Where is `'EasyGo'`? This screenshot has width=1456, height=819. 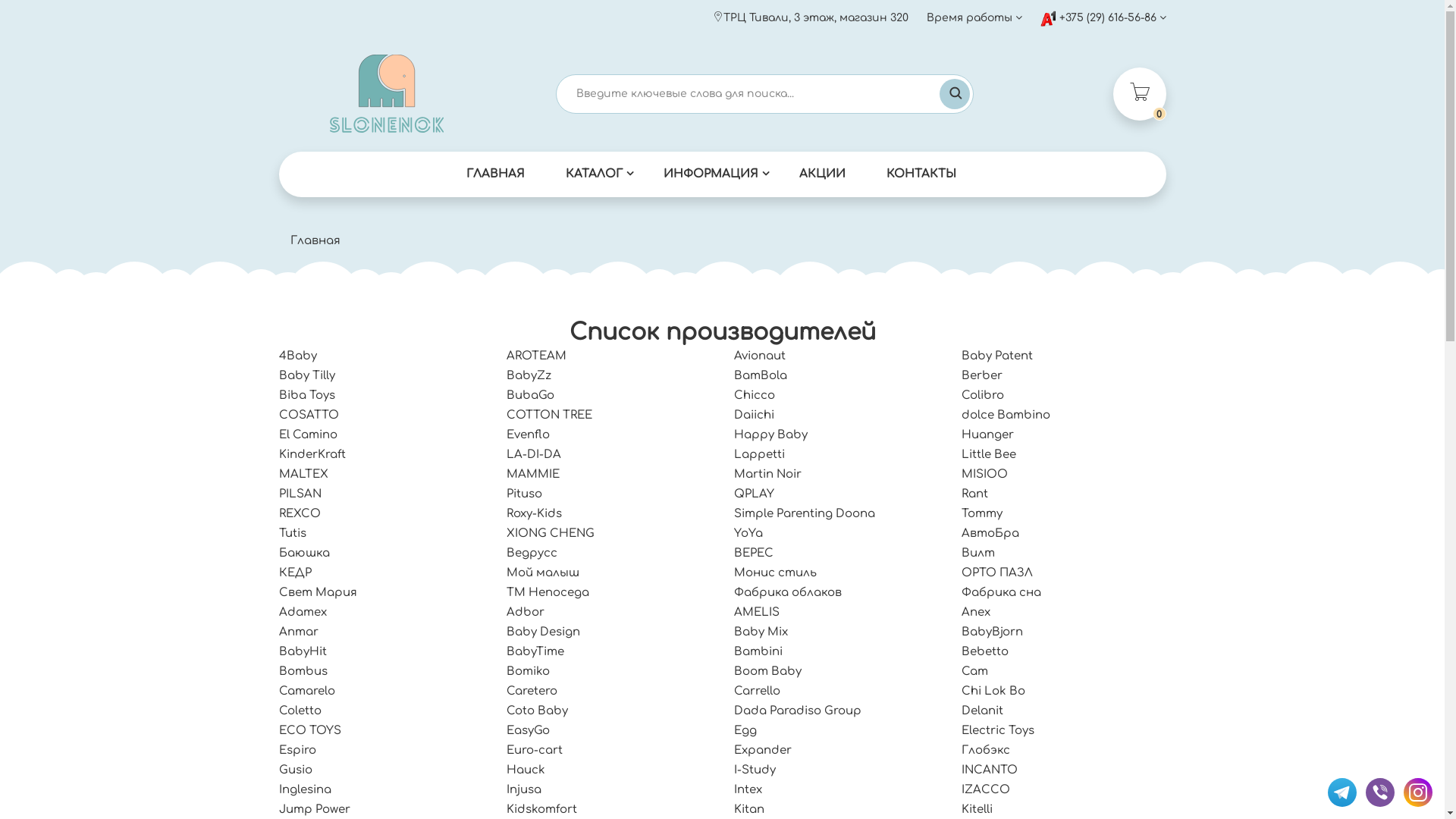
'EasyGo' is located at coordinates (528, 730).